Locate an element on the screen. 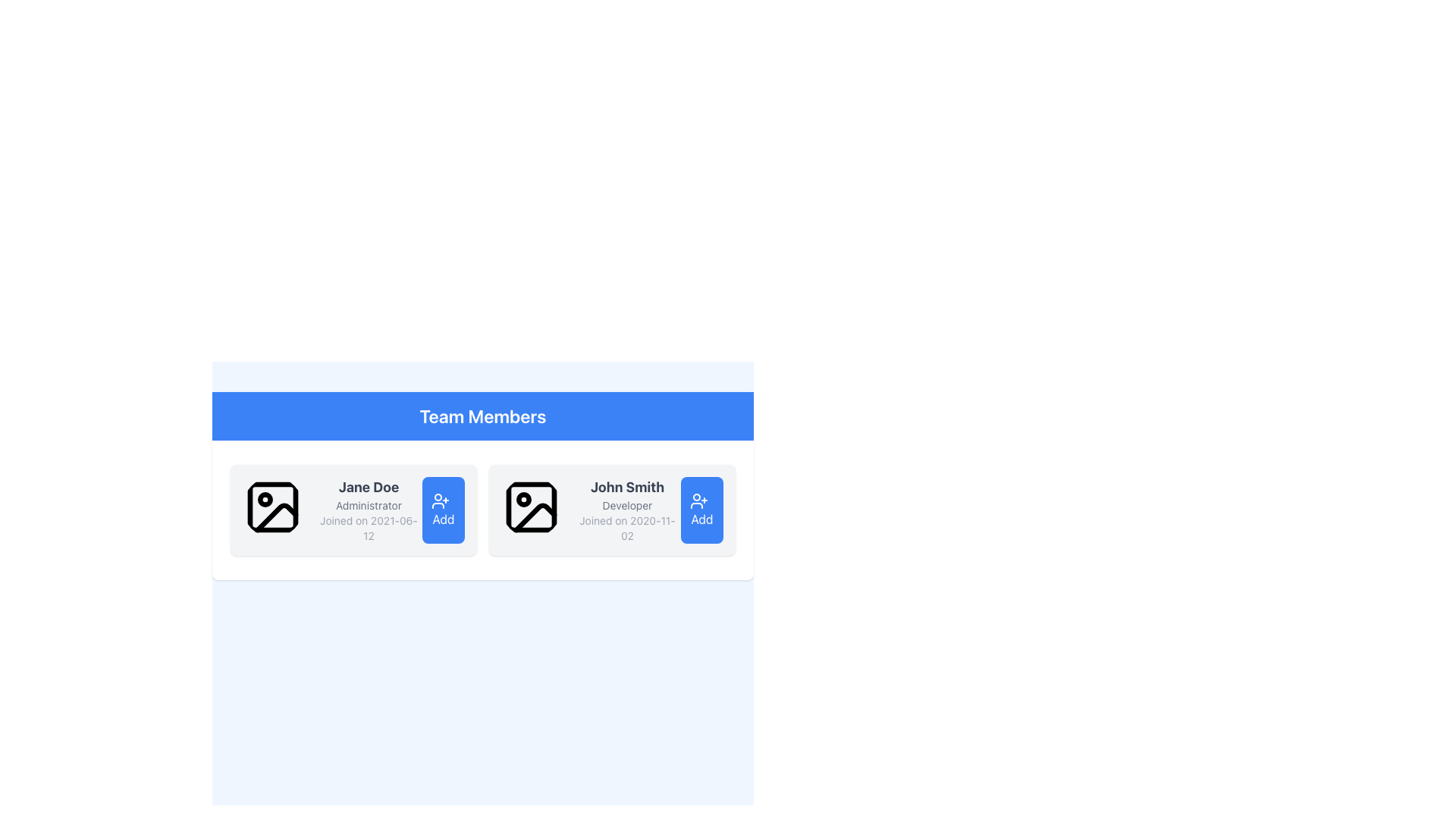 The width and height of the screenshot is (1456, 819). the SVG element representing the profile image for 'John Smith' in the user profile card is located at coordinates (531, 507).